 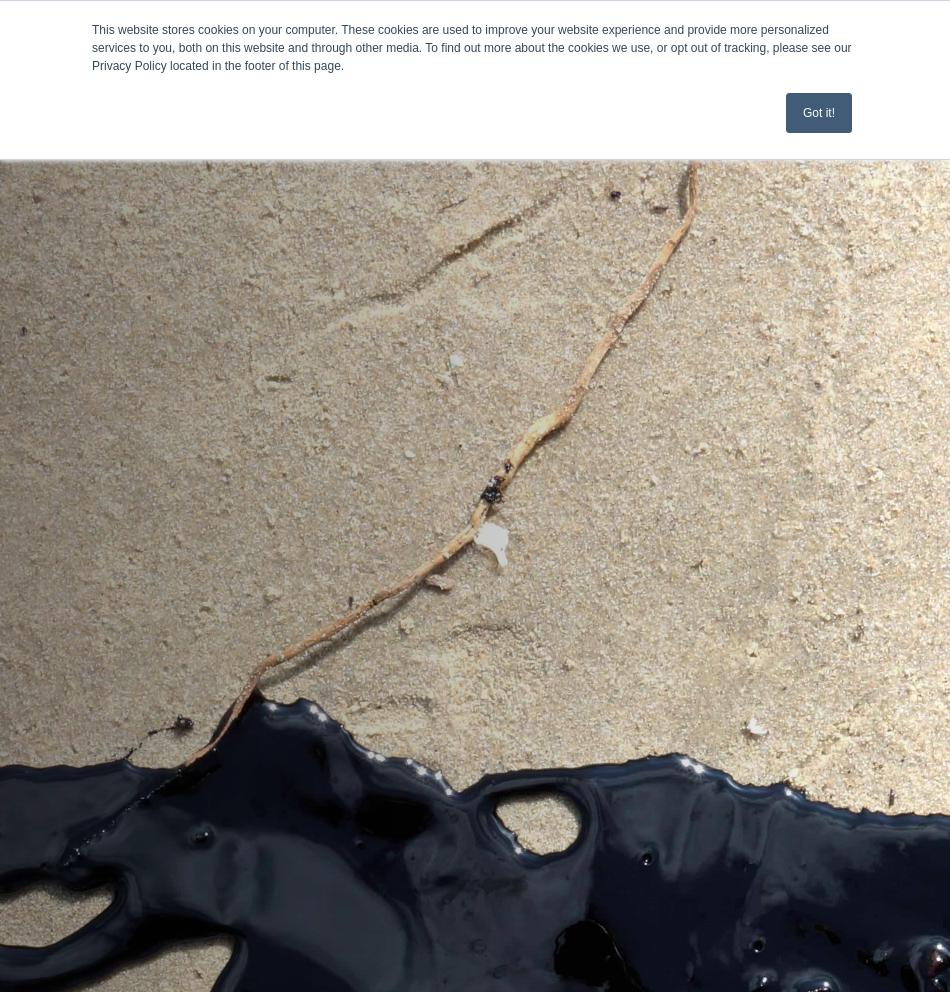 I want to click on 'Student Clubs', so click(x=69, y=216).